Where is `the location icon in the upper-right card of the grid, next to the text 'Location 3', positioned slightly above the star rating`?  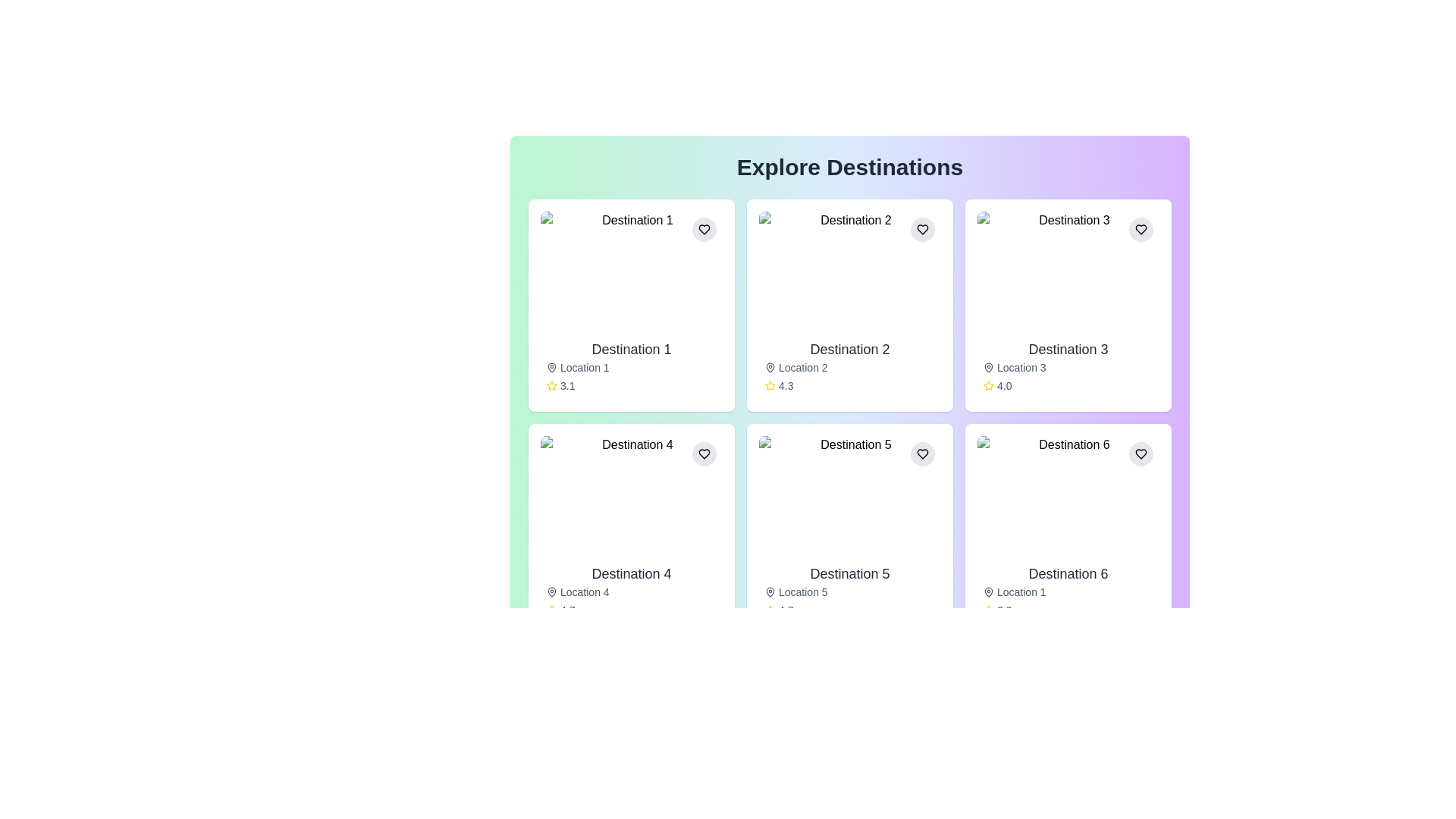 the location icon in the upper-right card of the grid, next to the text 'Location 3', positioned slightly above the star rating is located at coordinates (989, 368).